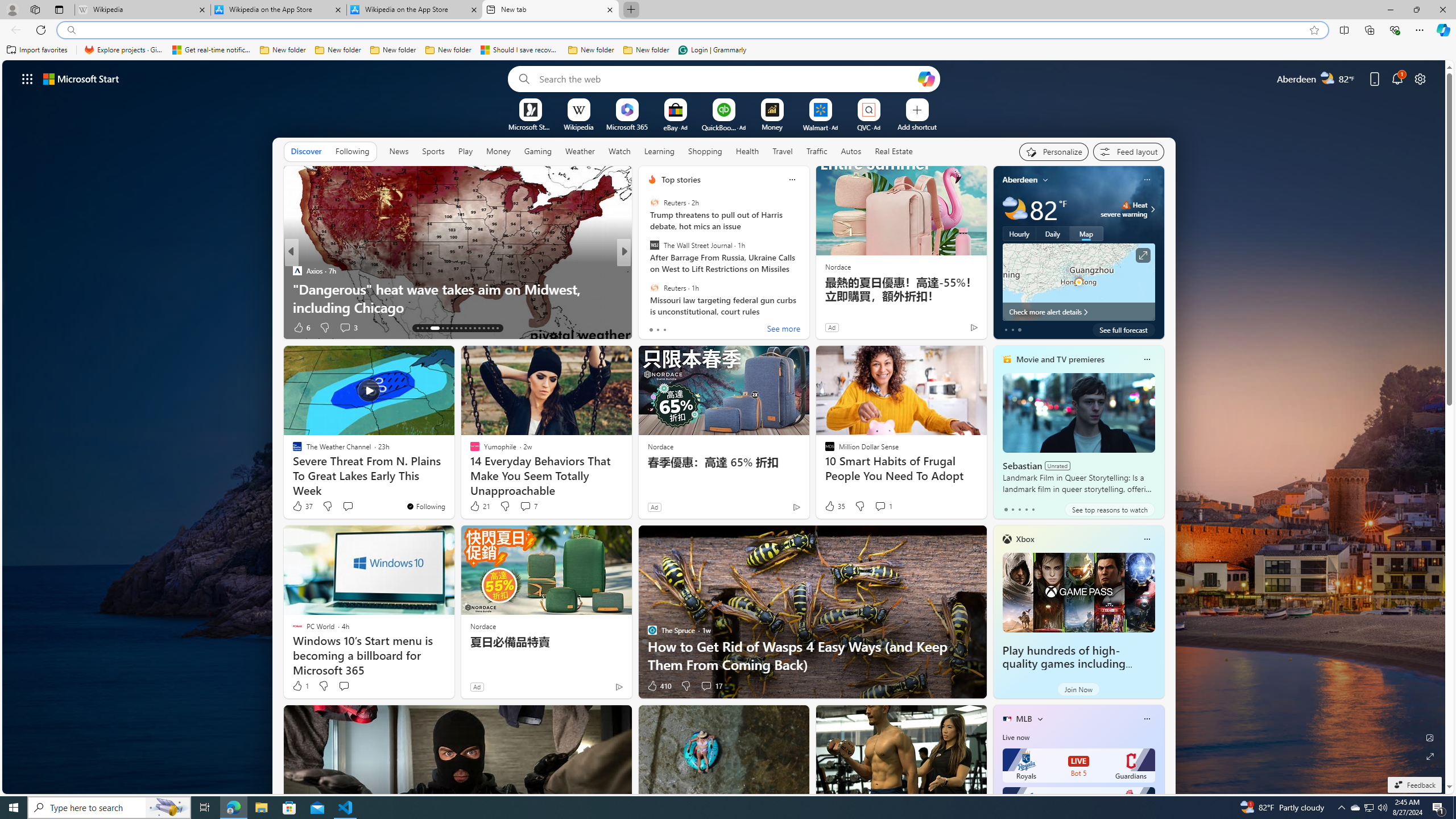 The width and height of the screenshot is (1456, 819). What do you see at coordinates (421, 328) in the screenshot?
I see `'AutomationID: tab-14'` at bounding box center [421, 328].